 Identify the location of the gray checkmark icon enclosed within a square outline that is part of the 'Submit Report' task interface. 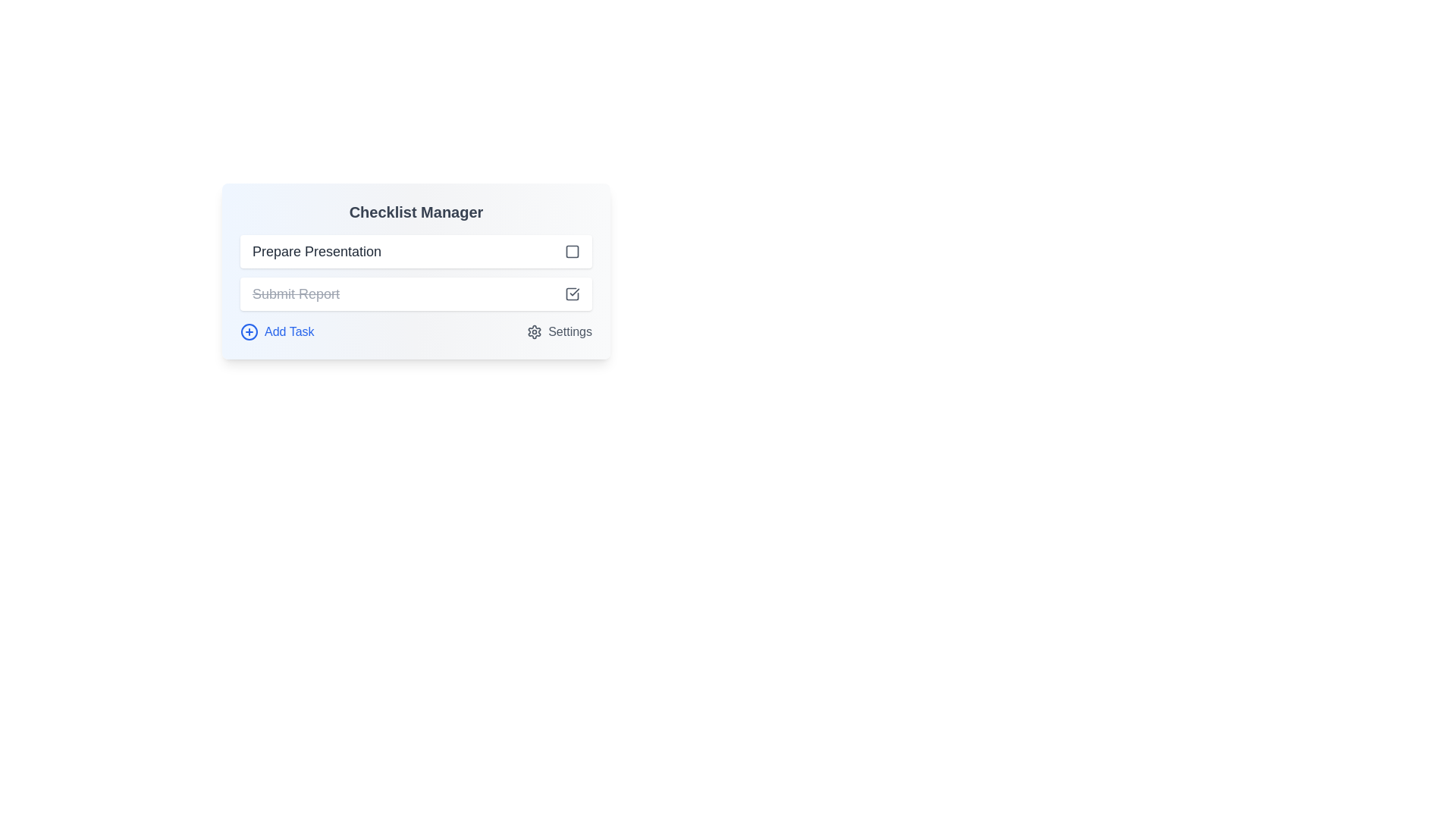
(571, 294).